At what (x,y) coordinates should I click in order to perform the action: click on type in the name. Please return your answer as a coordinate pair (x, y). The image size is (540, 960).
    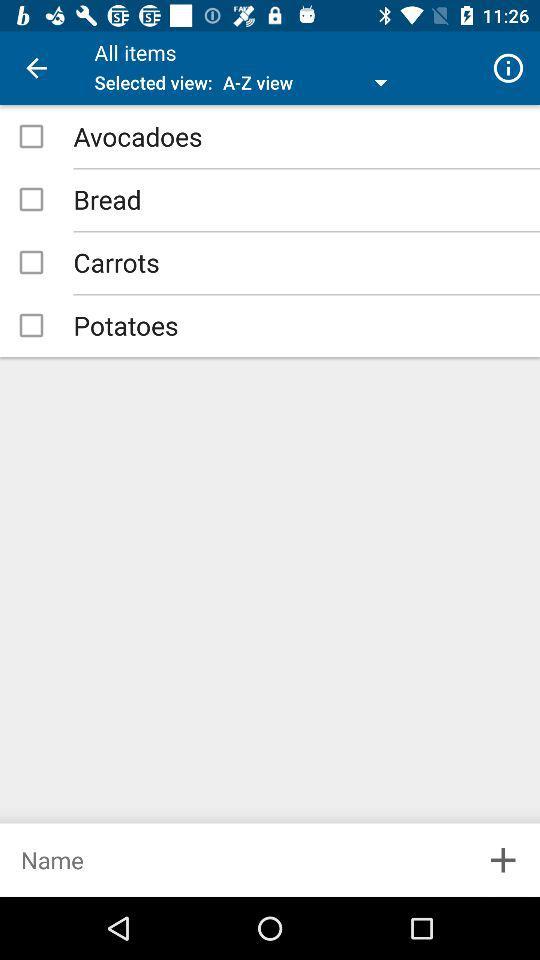
    Looking at the image, I should click on (232, 859).